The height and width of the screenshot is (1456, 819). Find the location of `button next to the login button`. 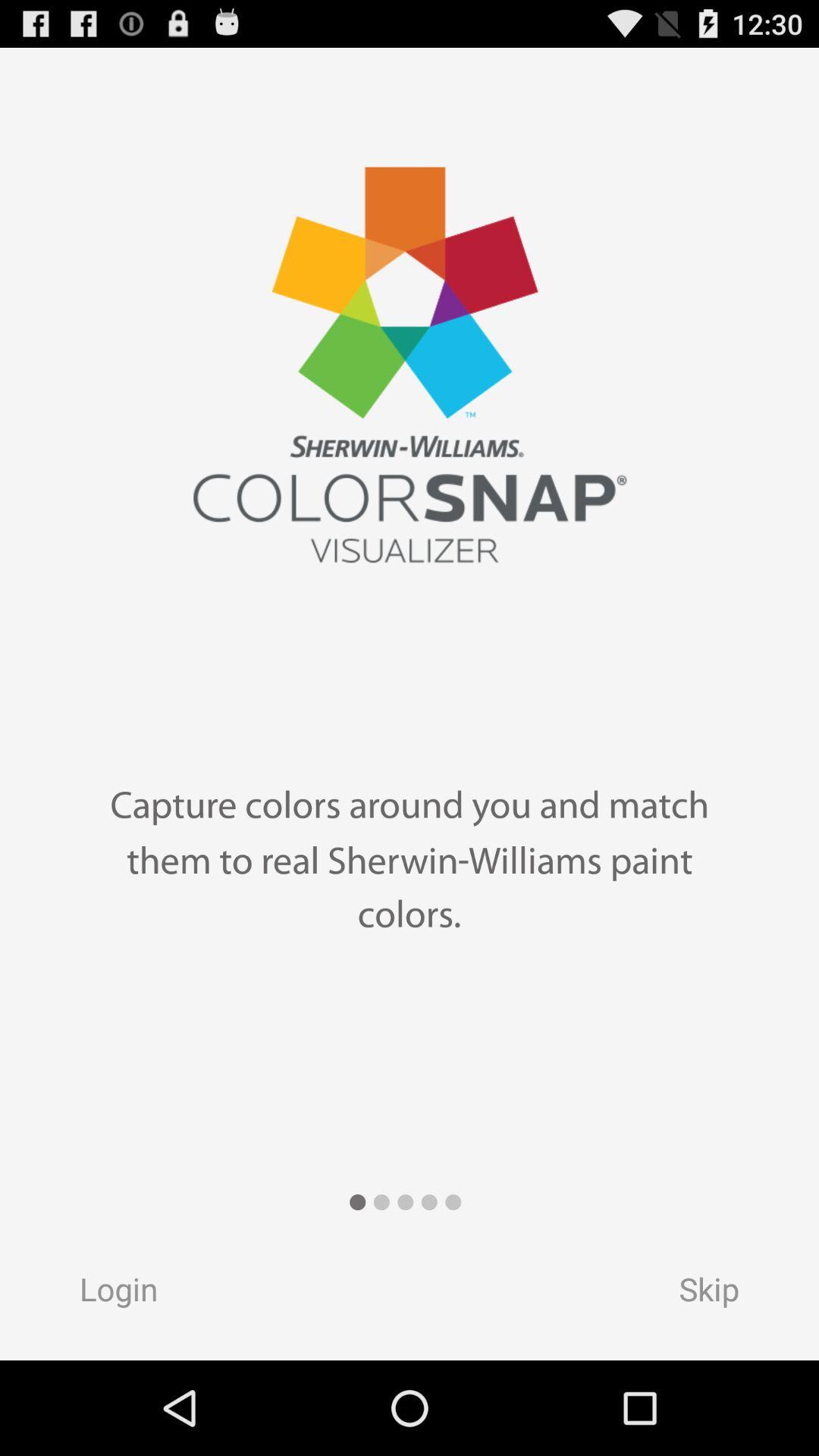

button next to the login button is located at coordinates (723, 1293).